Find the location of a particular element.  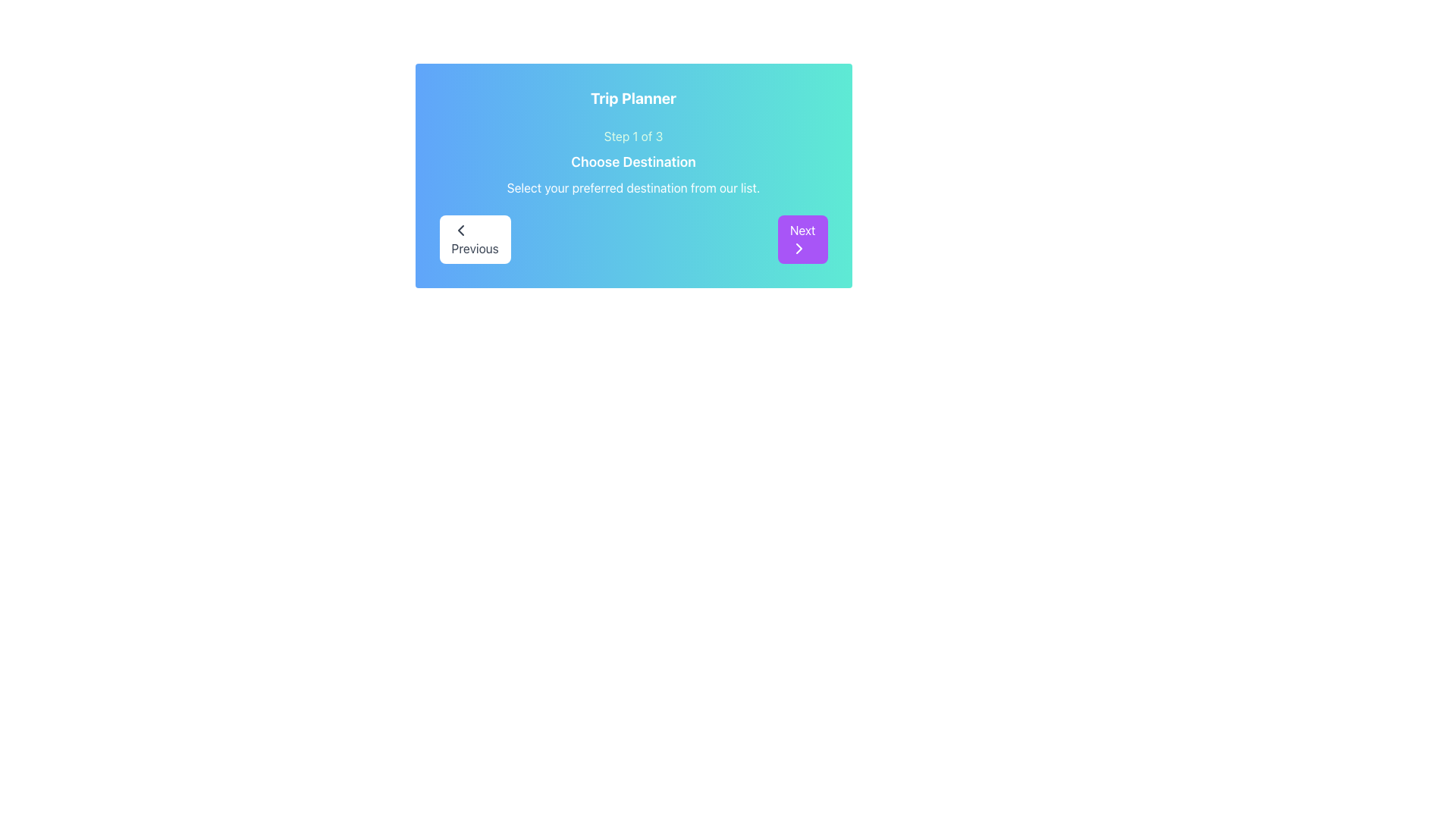

the textual display component that provides information about the current step in the Trip Planner process, located centrally within a card-like panel below the title and above navigation controls is located at coordinates (633, 162).